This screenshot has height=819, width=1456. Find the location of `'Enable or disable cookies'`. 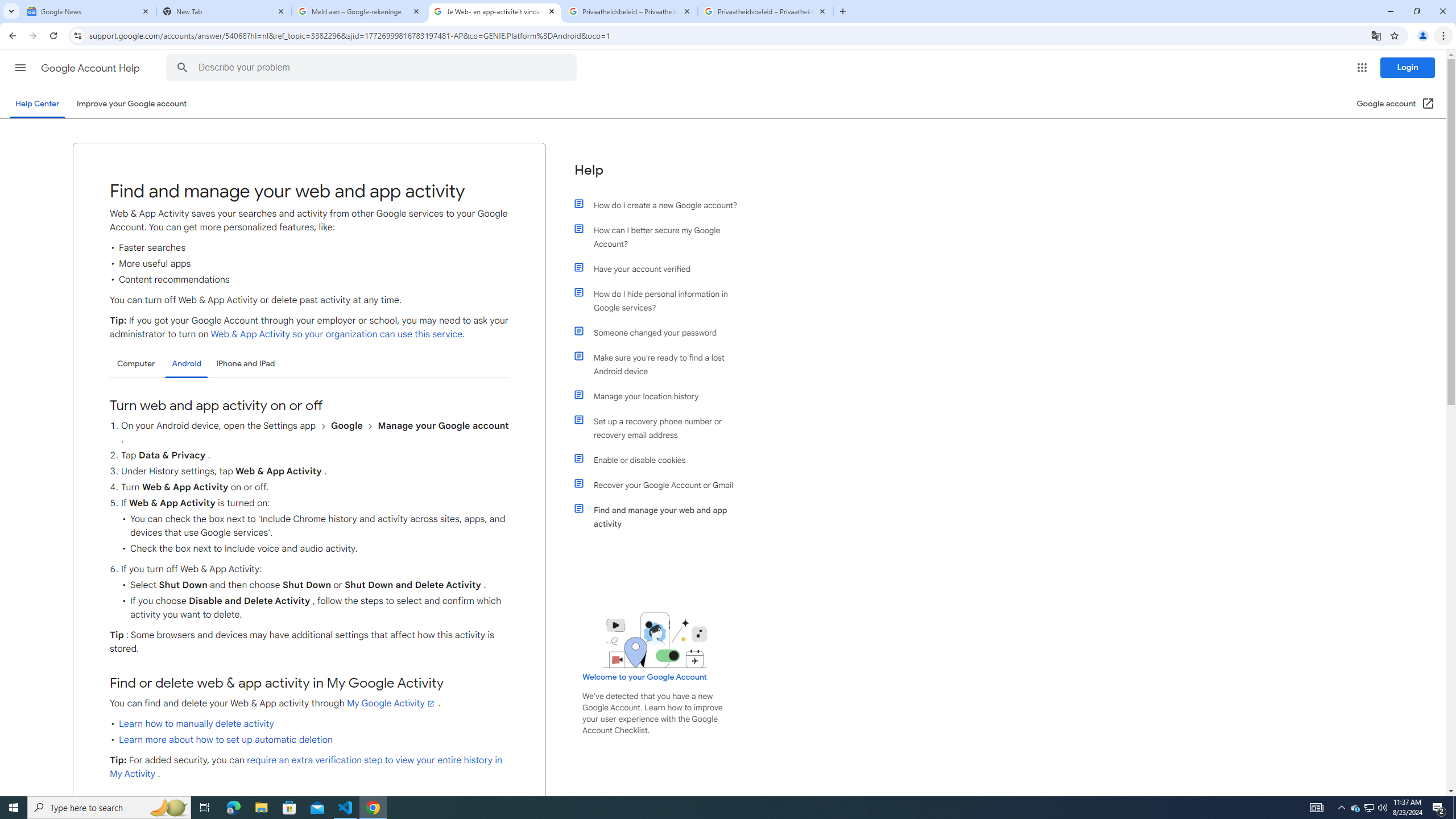

'Enable or disable cookies' is located at coordinates (661, 460).